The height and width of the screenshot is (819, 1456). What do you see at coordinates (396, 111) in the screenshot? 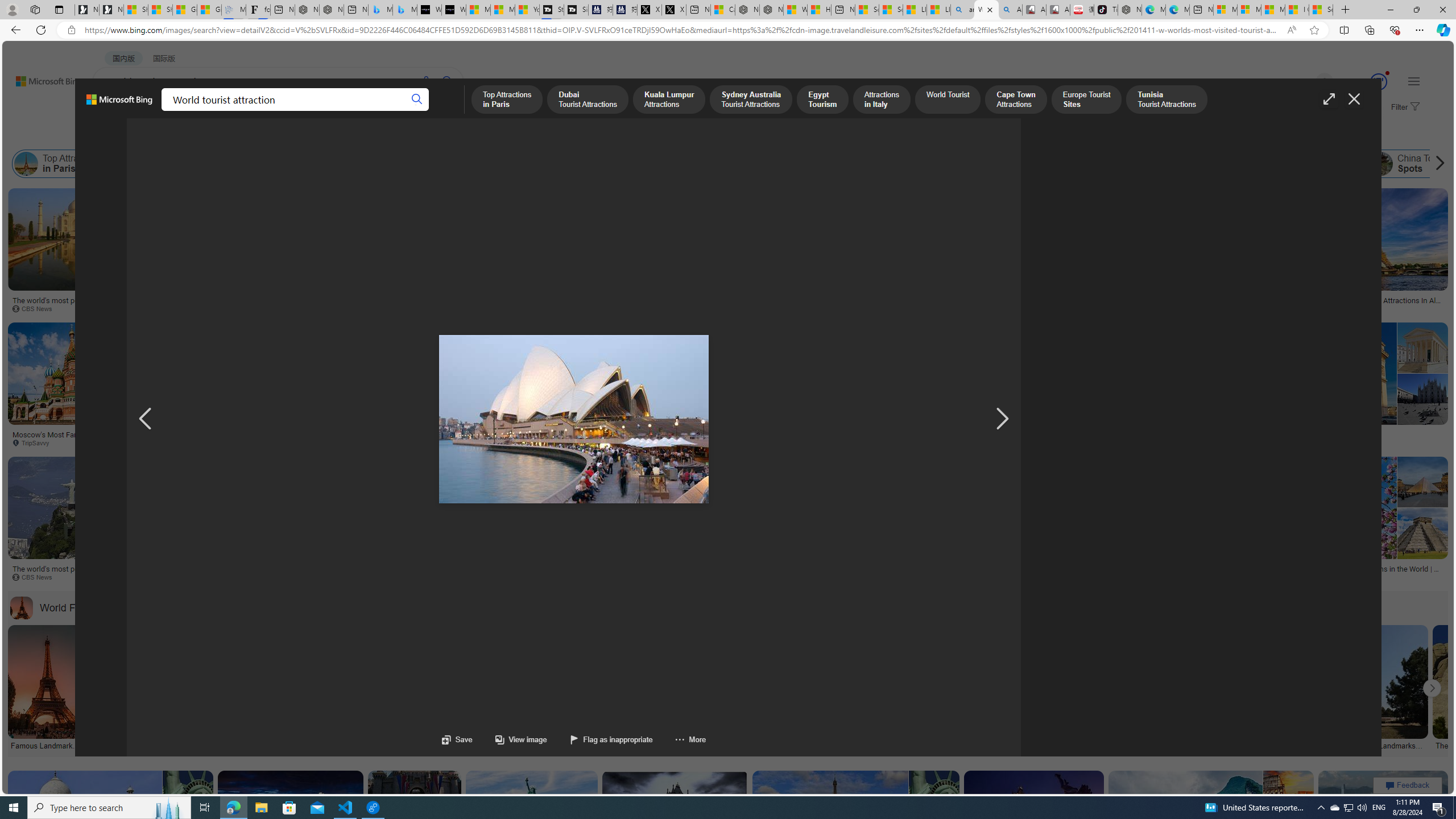
I see `'MAPS'` at bounding box center [396, 111].